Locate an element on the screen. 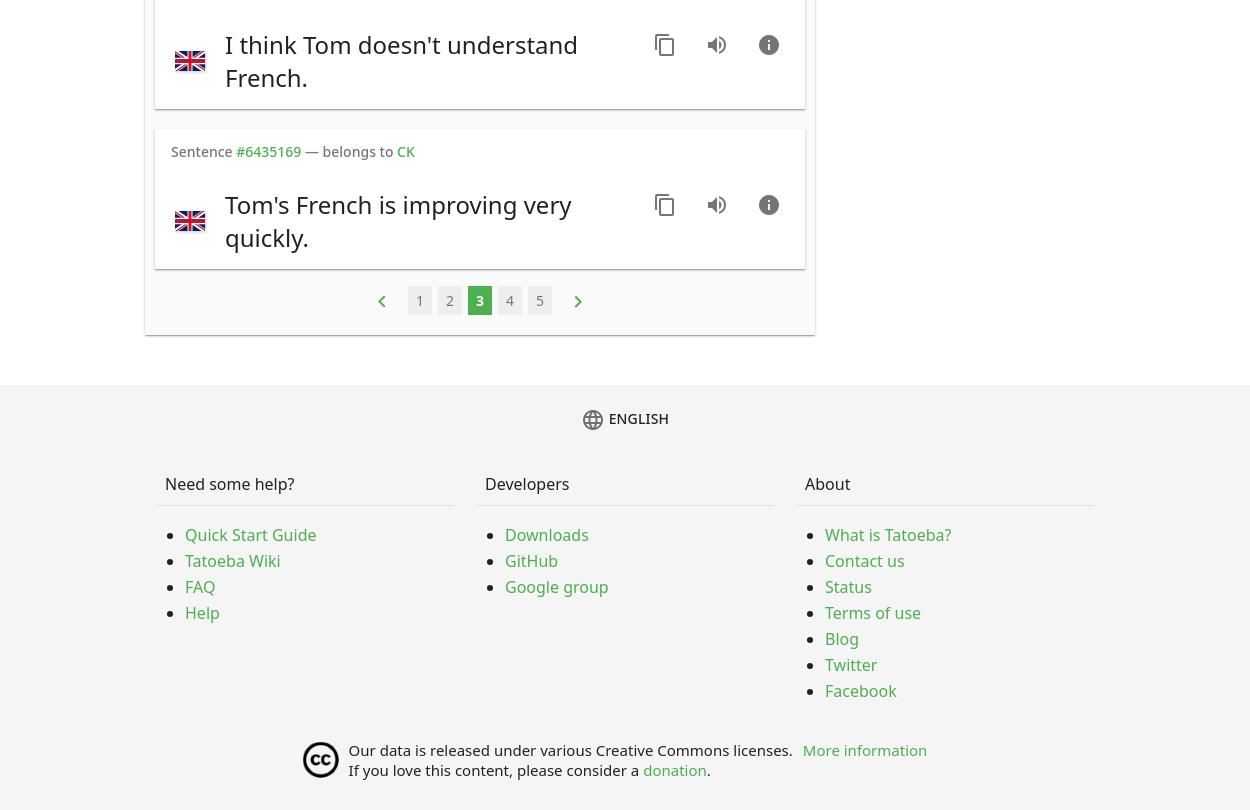 The width and height of the screenshot is (1250, 810). 'Developers' is located at coordinates (527, 483).